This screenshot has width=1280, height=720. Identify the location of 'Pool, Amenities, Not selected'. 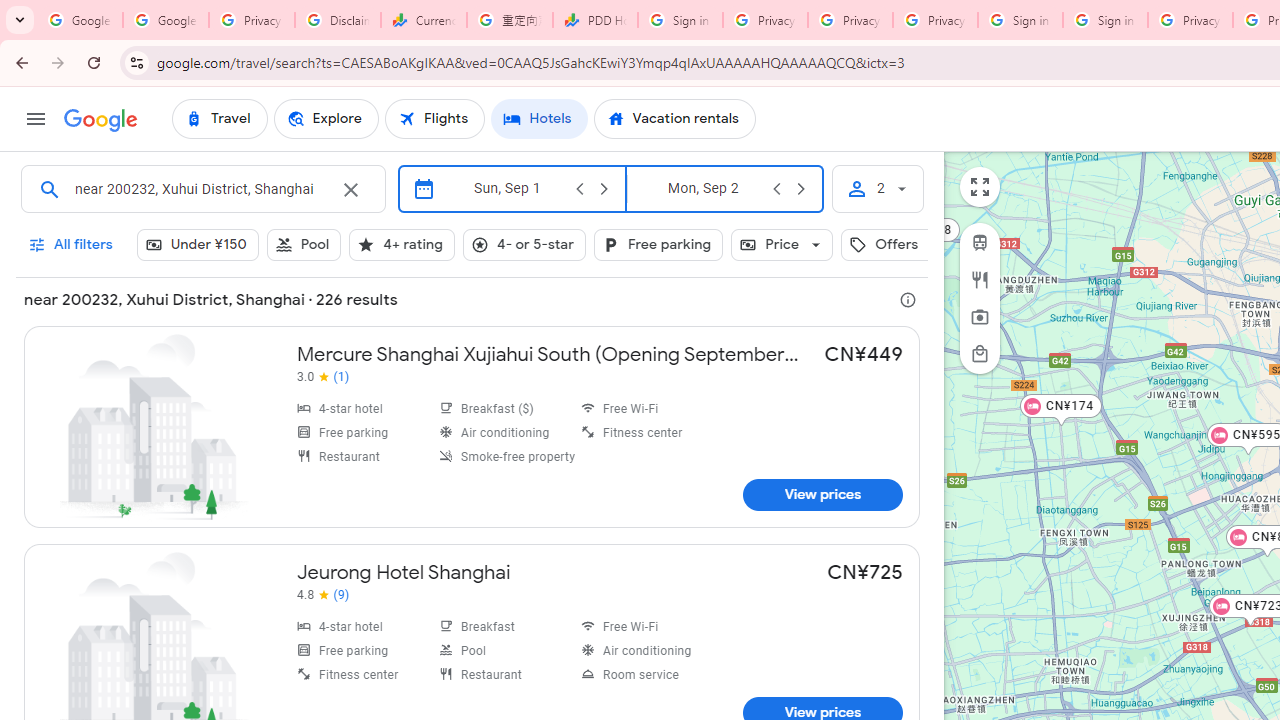
(303, 243).